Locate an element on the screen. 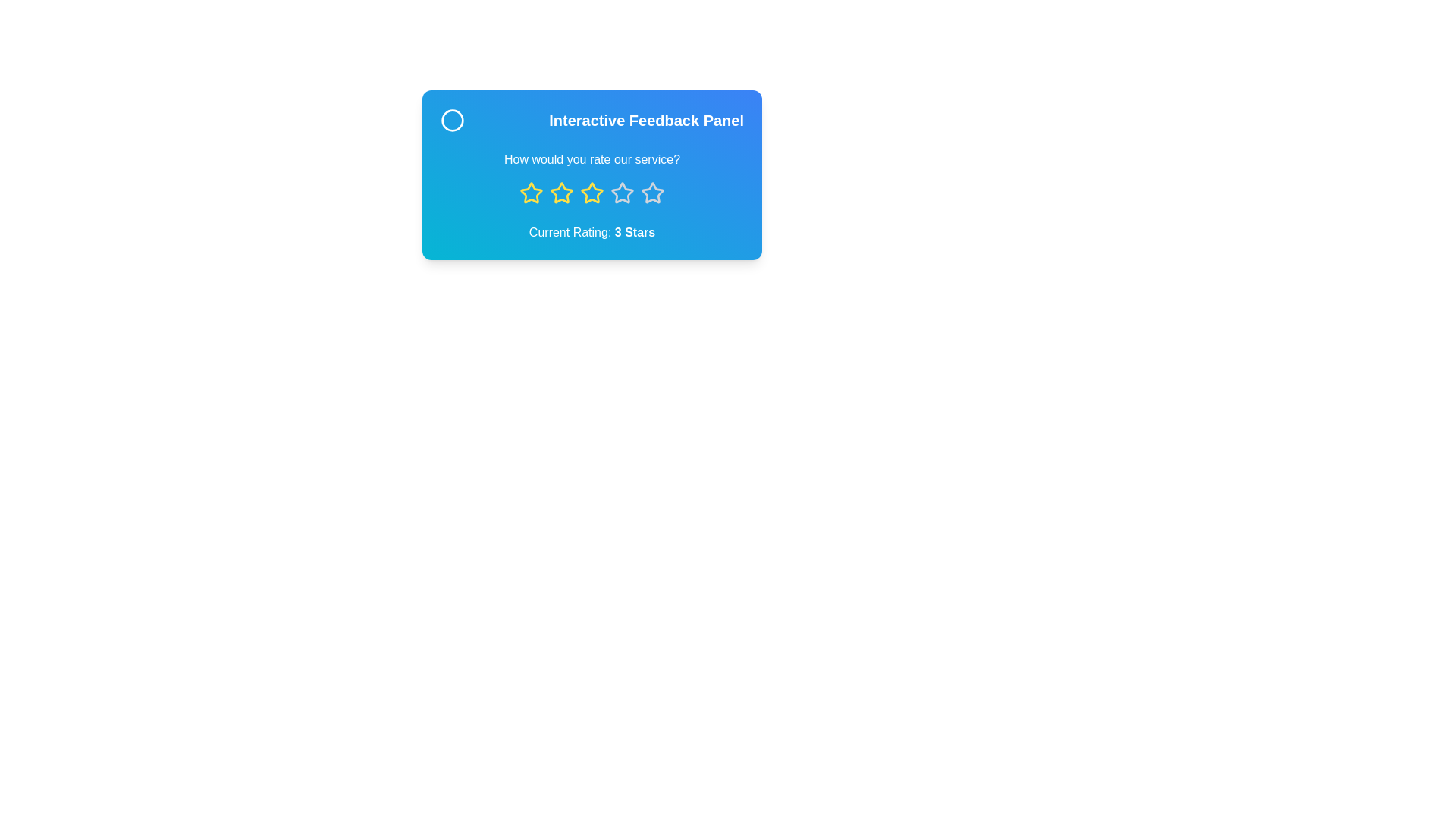 This screenshot has height=819, width=1456. the third star-shaped interactive icon is located at coordinates (622, 192).